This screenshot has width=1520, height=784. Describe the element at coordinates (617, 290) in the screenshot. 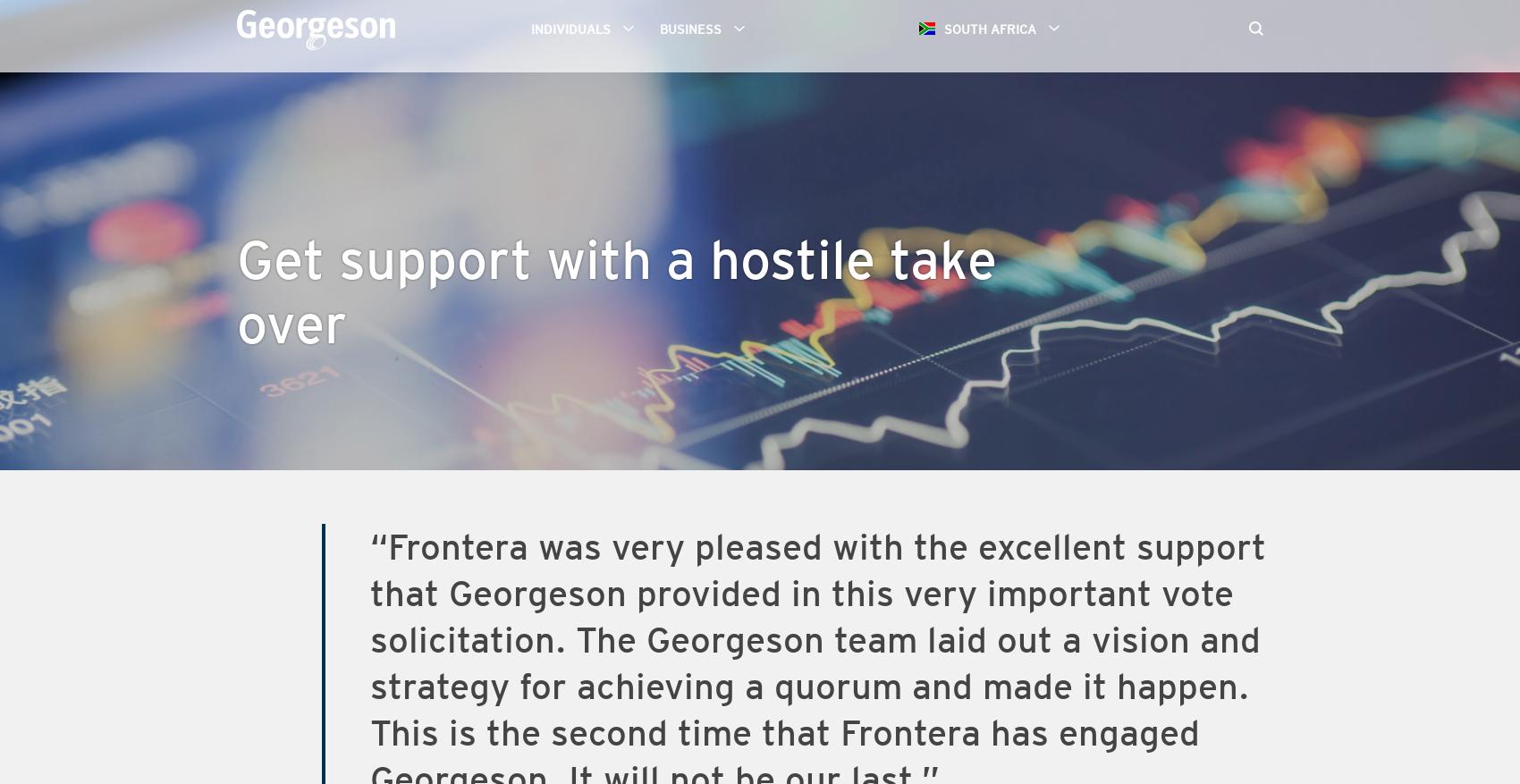

I see `'Get support with a hostile take over'` at that location.